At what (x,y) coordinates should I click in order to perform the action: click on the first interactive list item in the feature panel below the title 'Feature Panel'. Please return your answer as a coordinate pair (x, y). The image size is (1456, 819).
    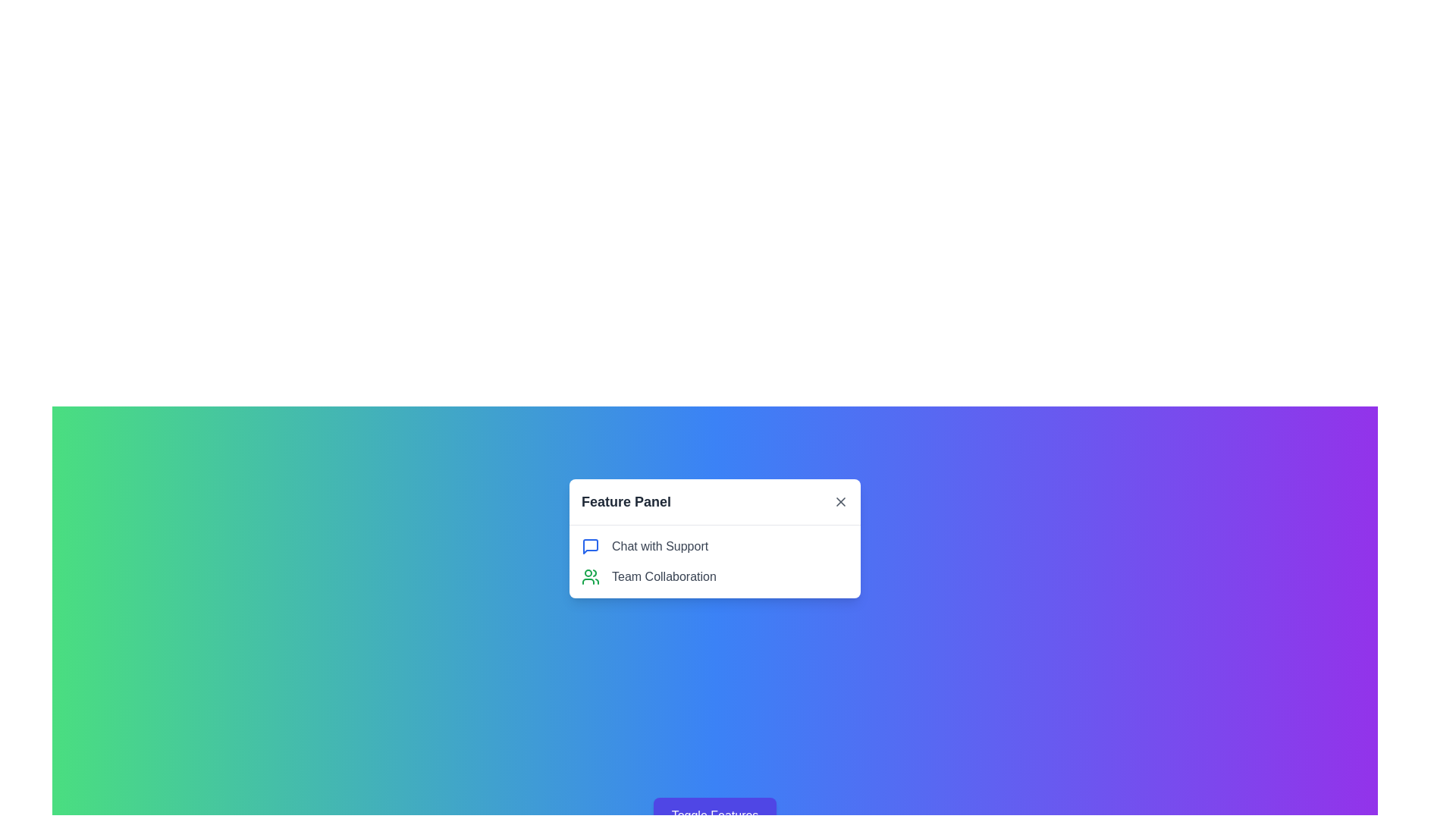
    Looking at the image, I should click on (714, 538).